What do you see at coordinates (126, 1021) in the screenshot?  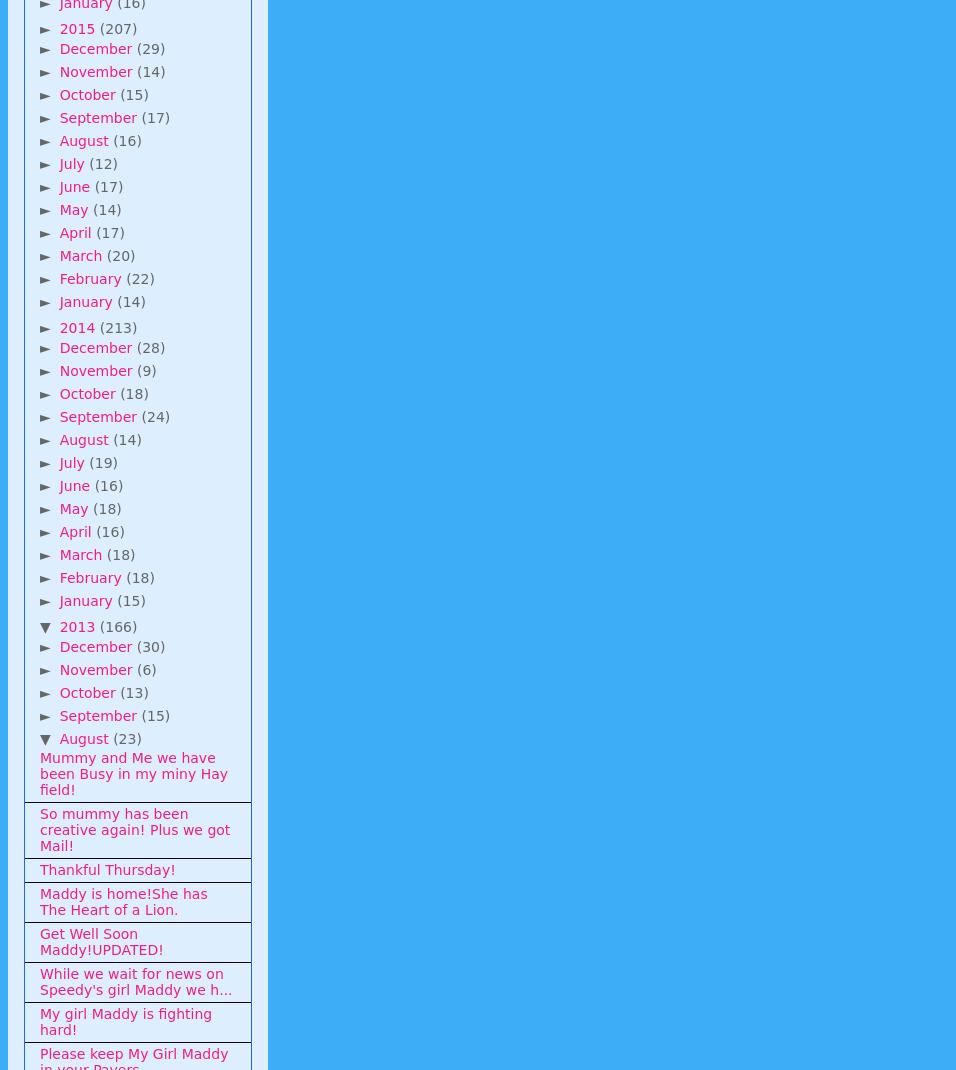 I see `'My girl Maddy is fighting hard!'` at bounding box center [126, 1021].